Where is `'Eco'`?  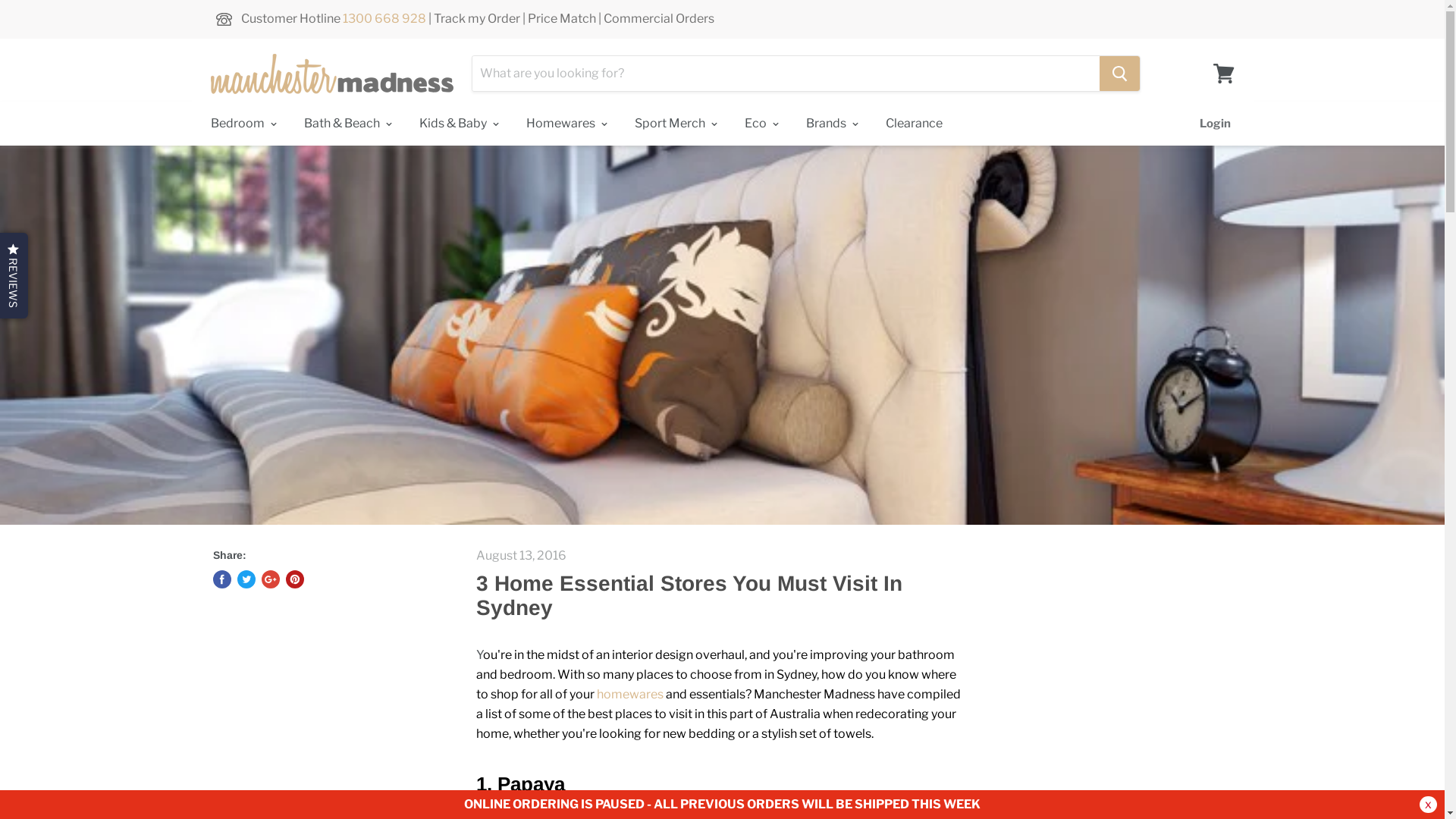 'Eco' is located at coordinates (732, 122).